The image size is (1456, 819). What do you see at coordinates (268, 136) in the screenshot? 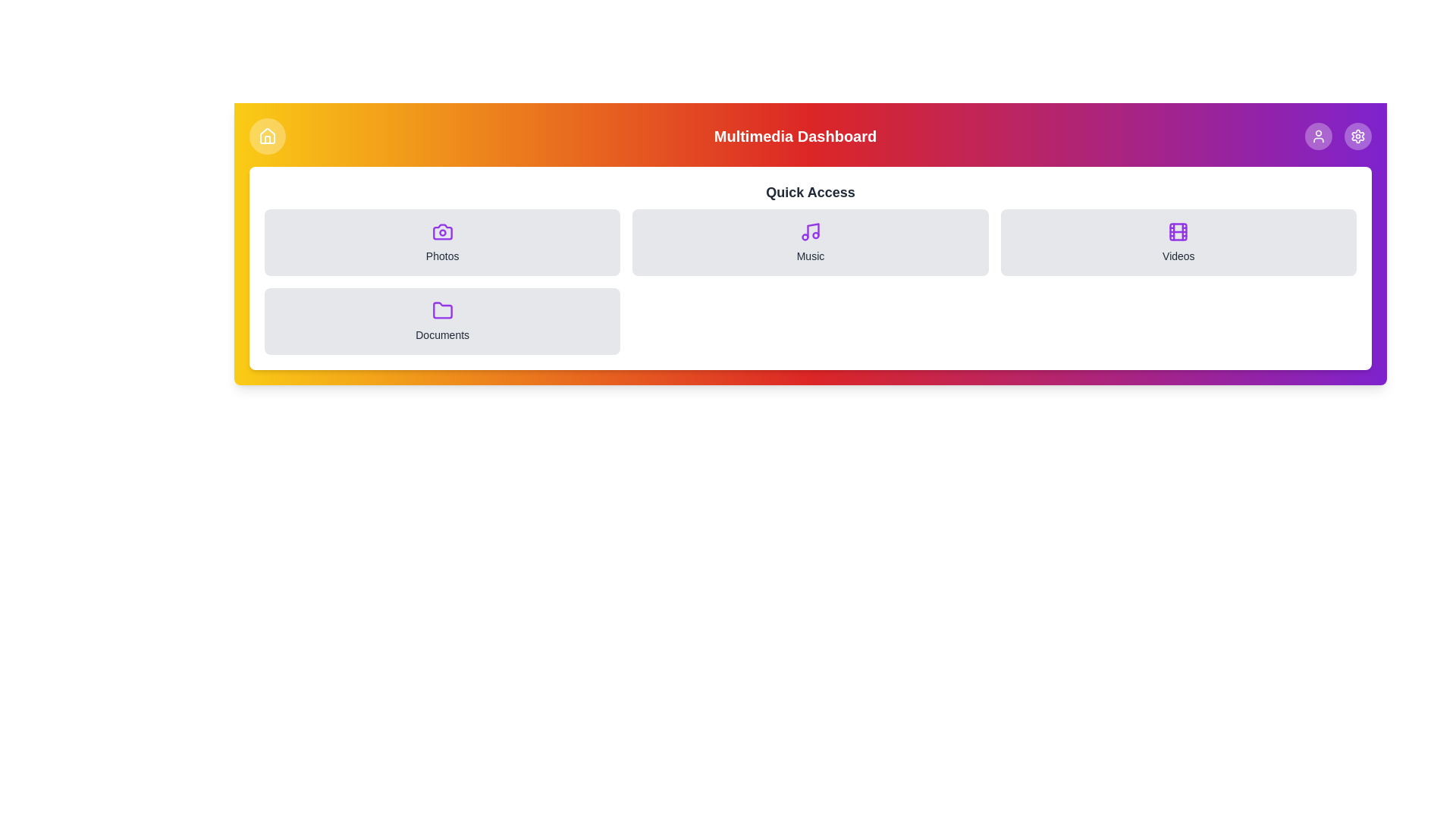
I see `button with the Home icon to toggle the menu visibility` at bounding box center [268, 136].